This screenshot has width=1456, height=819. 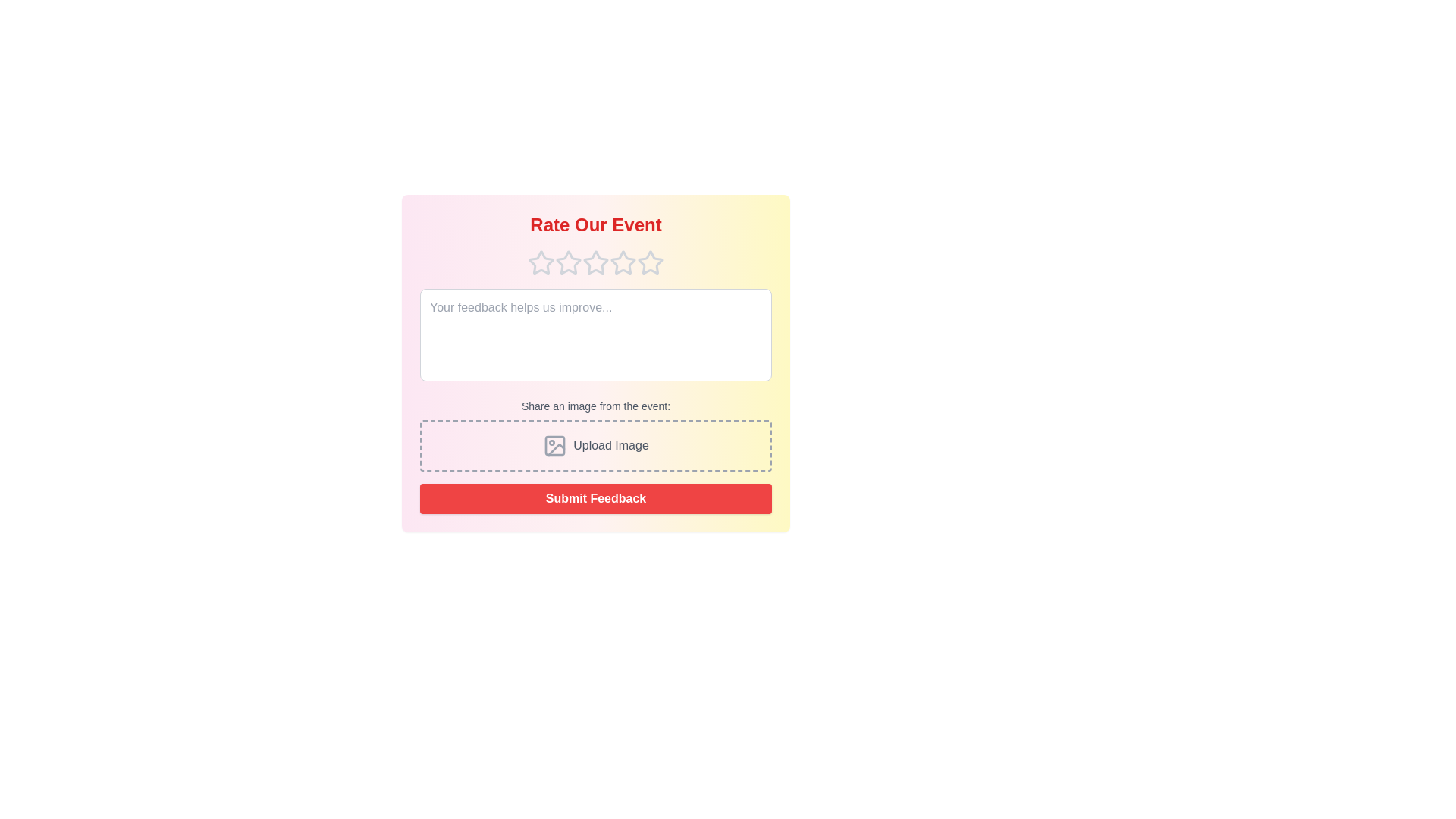 What do you see at coordinates (595, 444) in the screenshot?
I see `the 'Upload Image' section` at bounding box center [595, 444].